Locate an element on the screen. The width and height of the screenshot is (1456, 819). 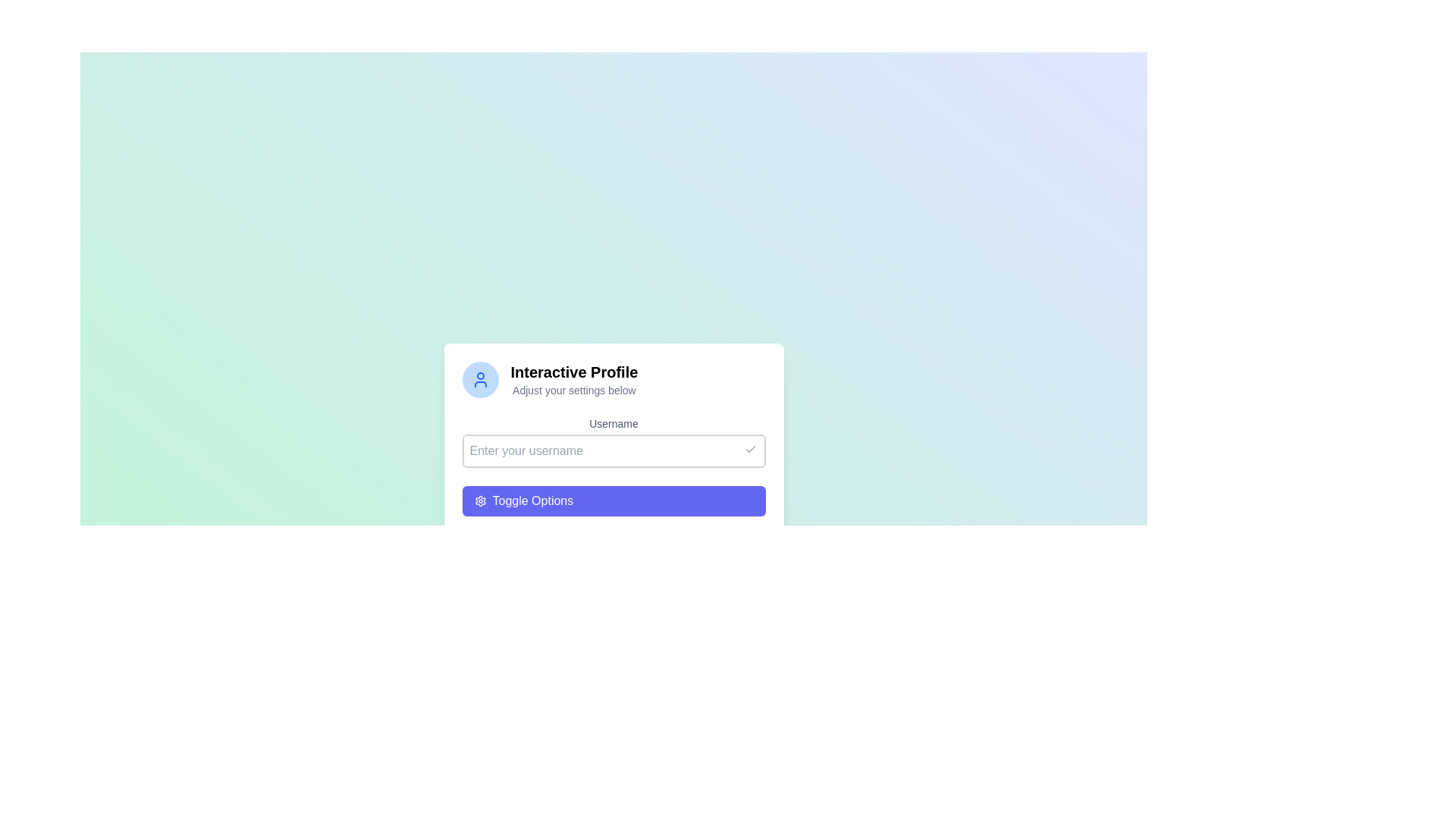
the Text label that provides additional guidance or description for the section below the heading 'Interactive Profile.' is located at coordinates (573, 390).